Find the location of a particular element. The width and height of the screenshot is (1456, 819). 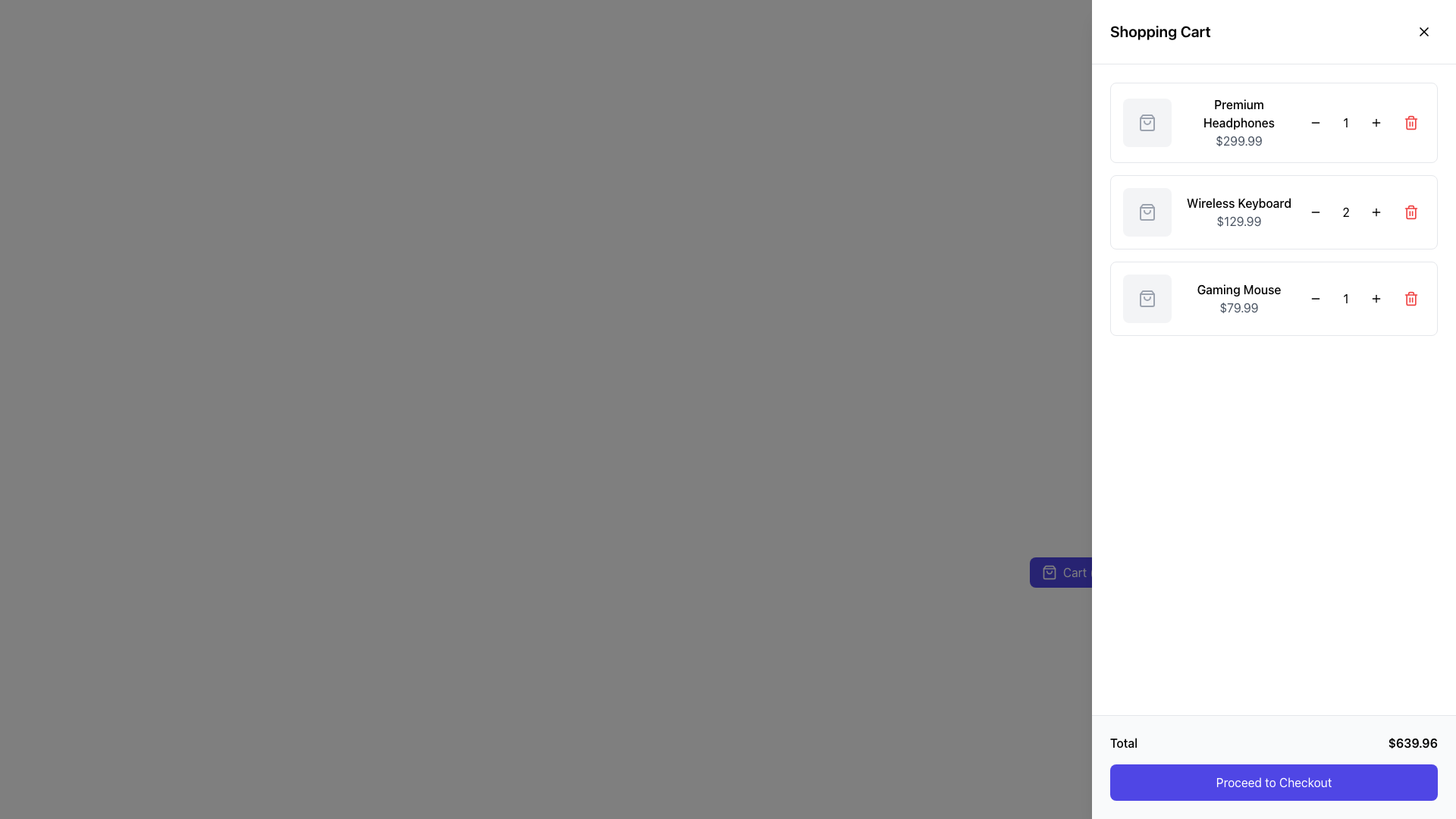

the numeric label displaying the number '1', which is centrally located between the minus symbol on the left and the plus symbol on the right within the numeric input group of the 'Gaming Mouse' item row in the shopping cart interface is located at coordinates (1346, 298).